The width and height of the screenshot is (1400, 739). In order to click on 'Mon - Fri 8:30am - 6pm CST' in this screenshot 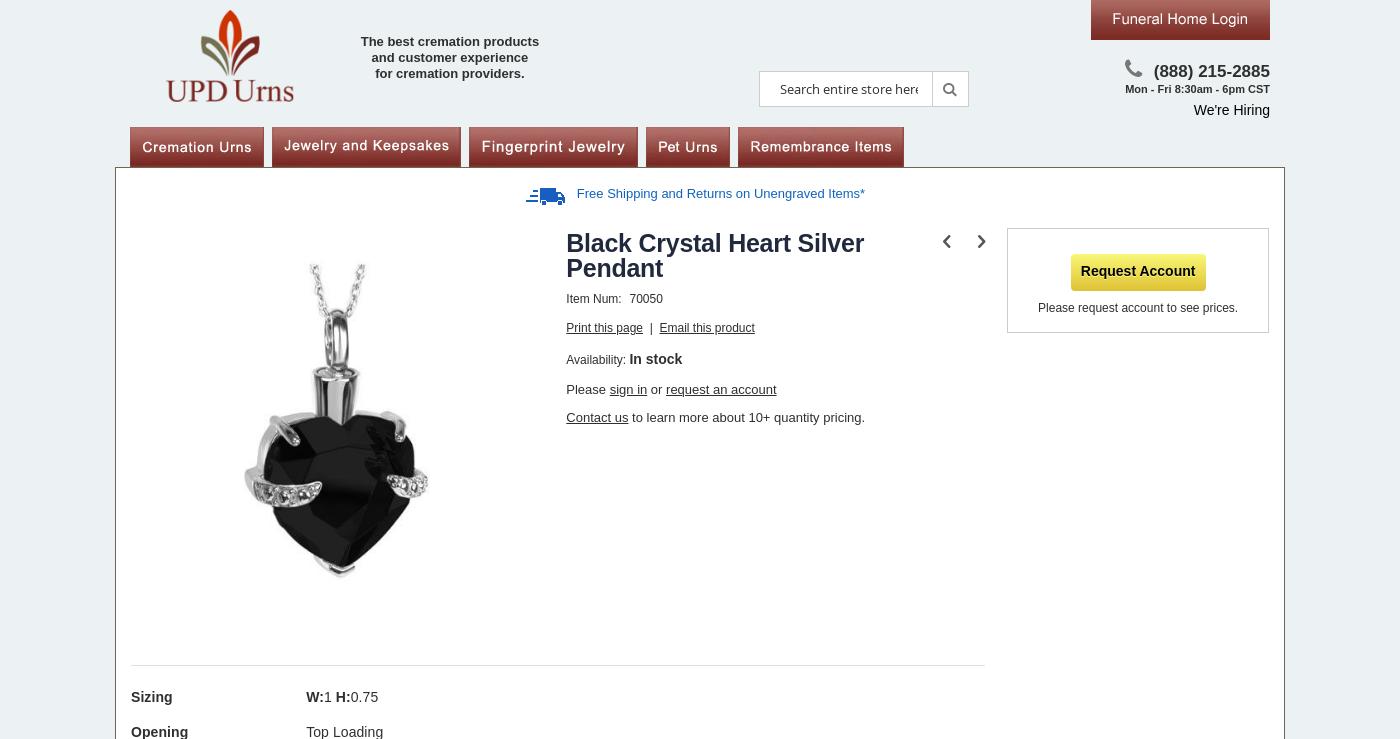, I will do `click(1197, 87)`.